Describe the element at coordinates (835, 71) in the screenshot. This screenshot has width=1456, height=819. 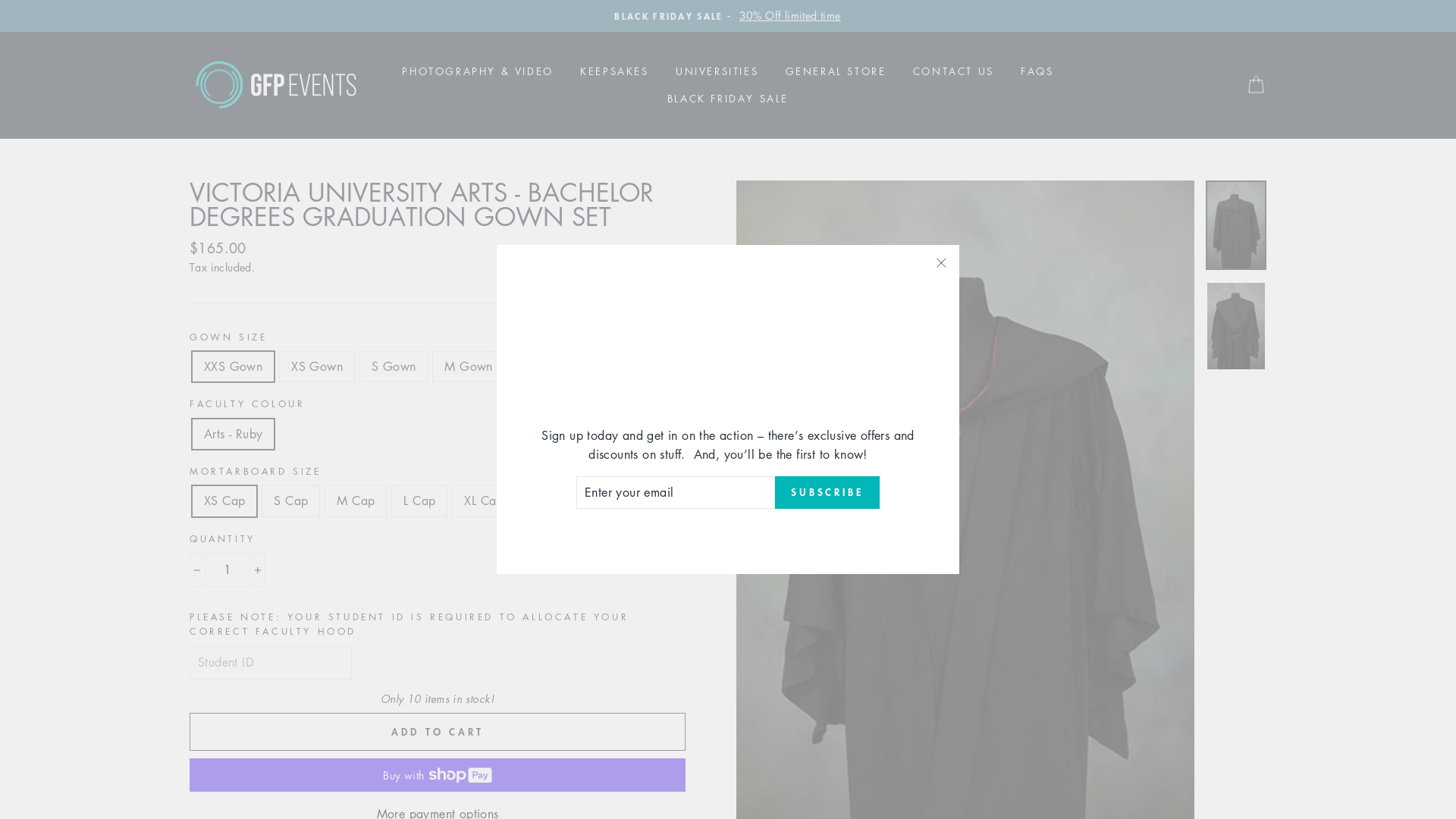
I see `'GENERAL STORE'` at that location.